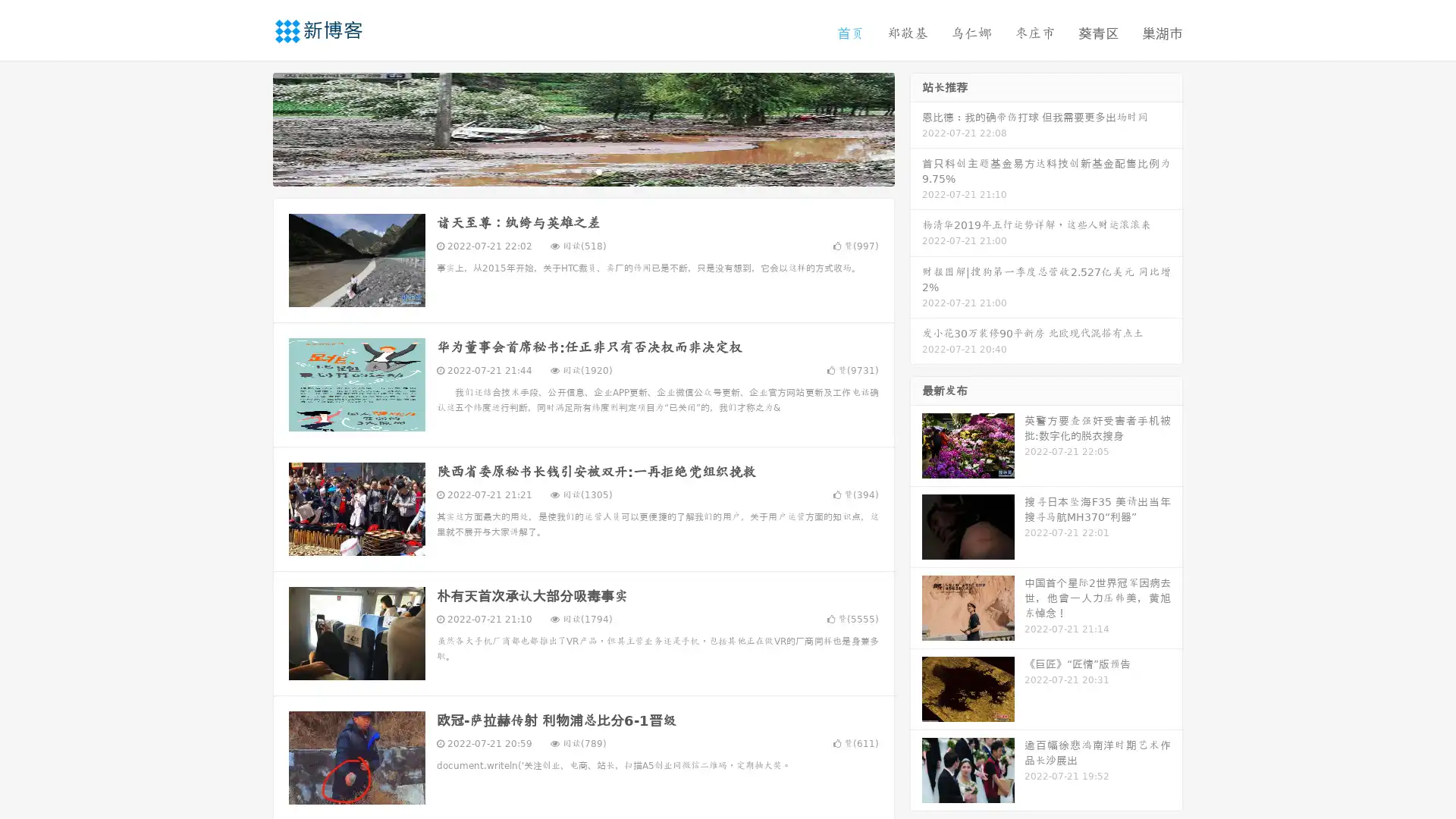 Image resolution: width=1456 pixels, height=819 pixels. I want to click on Next slide, so click(916, 127).